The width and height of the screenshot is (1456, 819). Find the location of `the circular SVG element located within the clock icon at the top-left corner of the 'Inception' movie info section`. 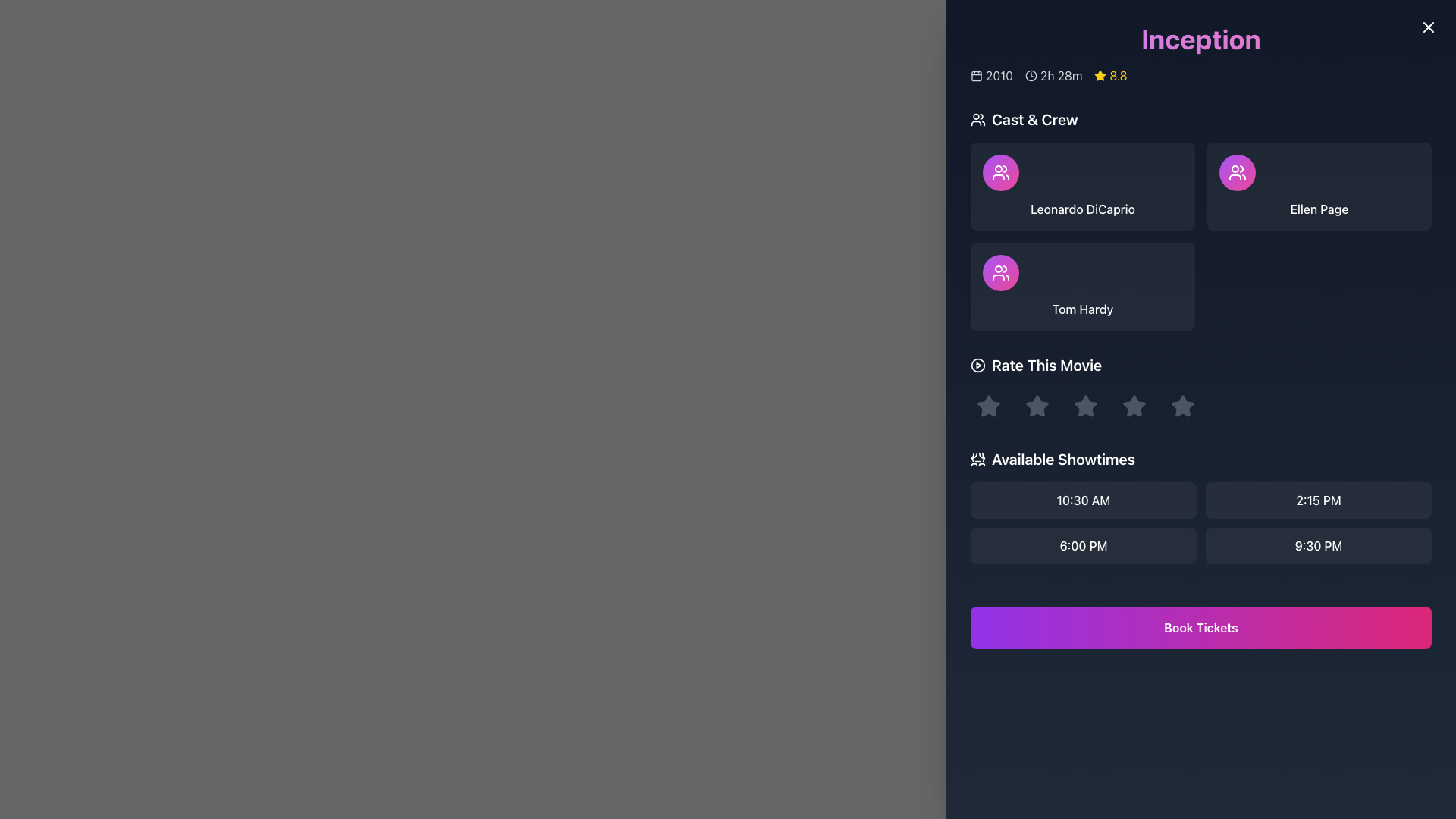

the circular SVG element located within the clock icon at the top-left corner of the 'Inception' movie info section is located at coordinates (1031, 76).